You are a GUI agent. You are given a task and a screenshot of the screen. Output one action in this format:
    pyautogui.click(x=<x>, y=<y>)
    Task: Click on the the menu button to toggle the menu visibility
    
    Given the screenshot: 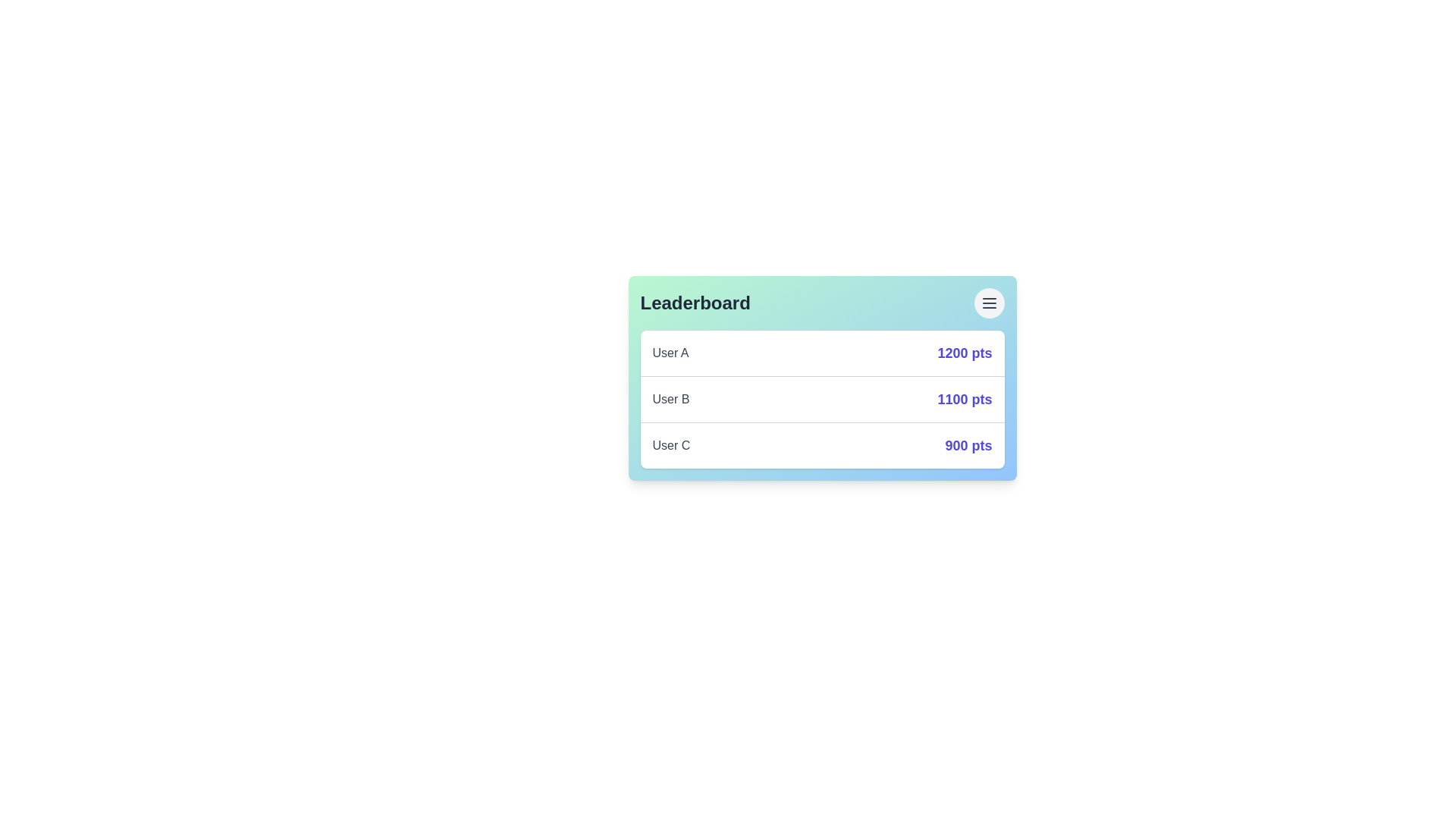 What is the action you would take?
    pyautogui.click(x=989, y=303)
    